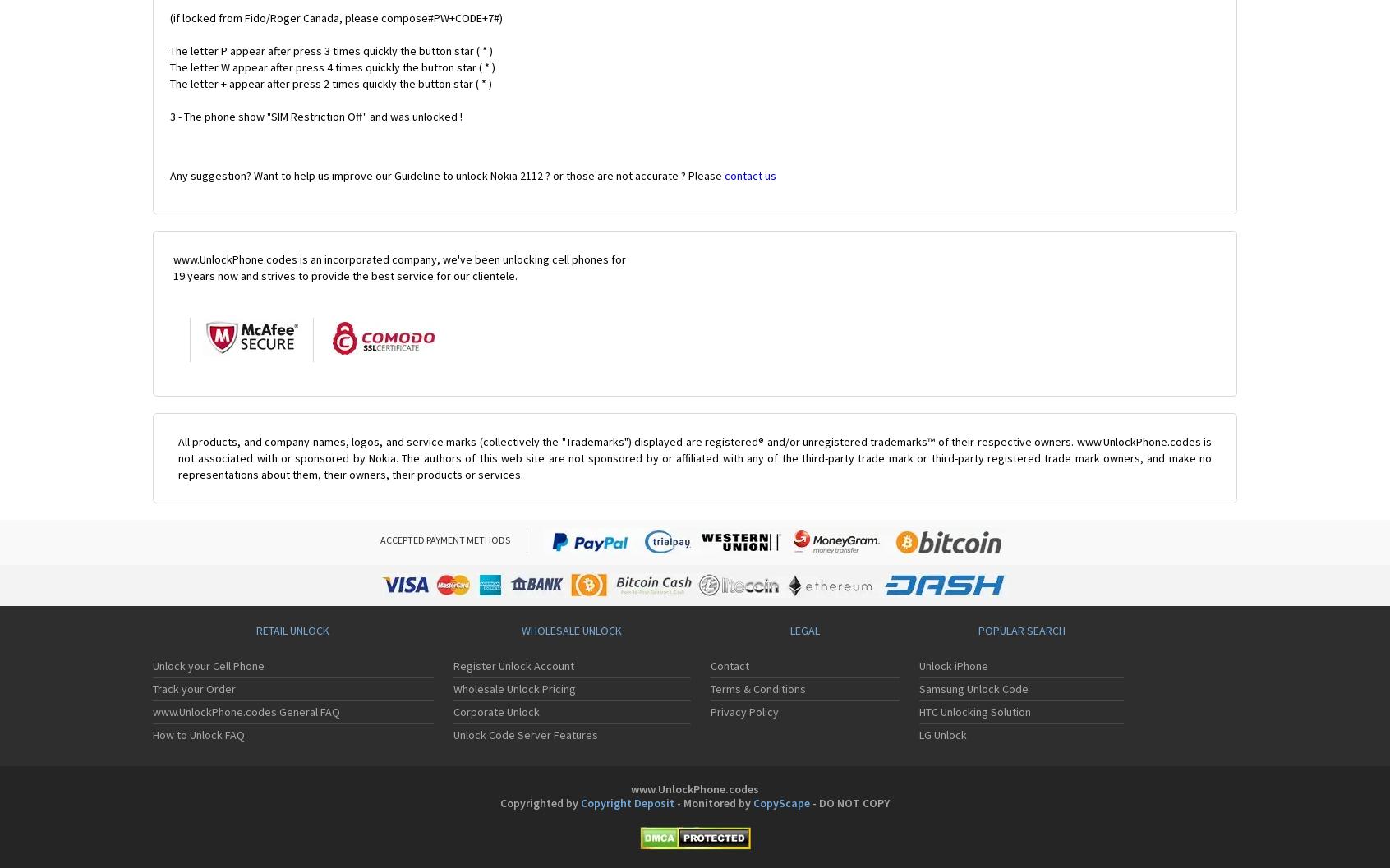  Describe the element at coordinates (749, 176) in the screenshot. I see `'contact us'` at that location.